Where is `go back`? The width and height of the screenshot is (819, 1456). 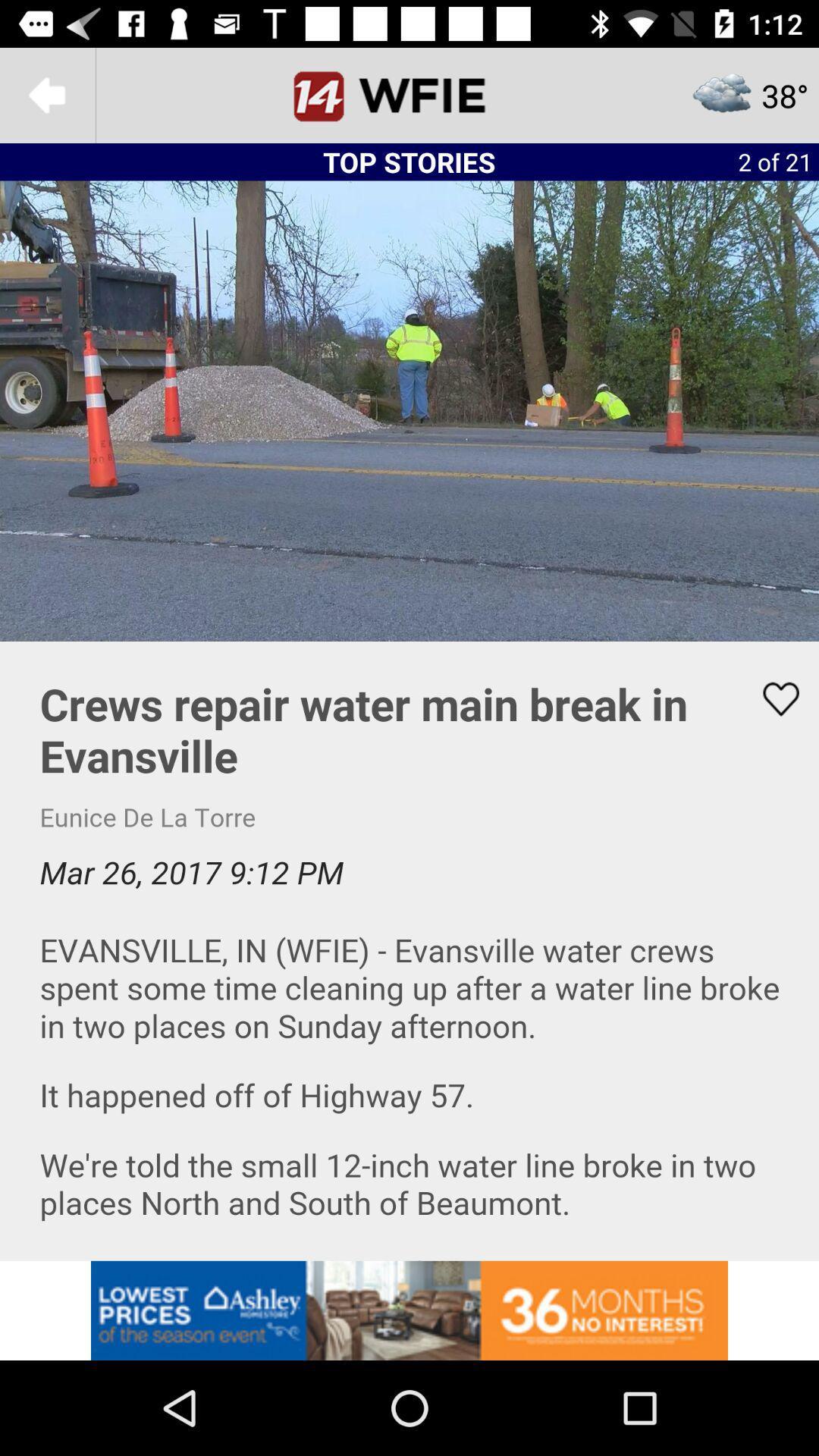 go back is located at coordinates (46, 94).